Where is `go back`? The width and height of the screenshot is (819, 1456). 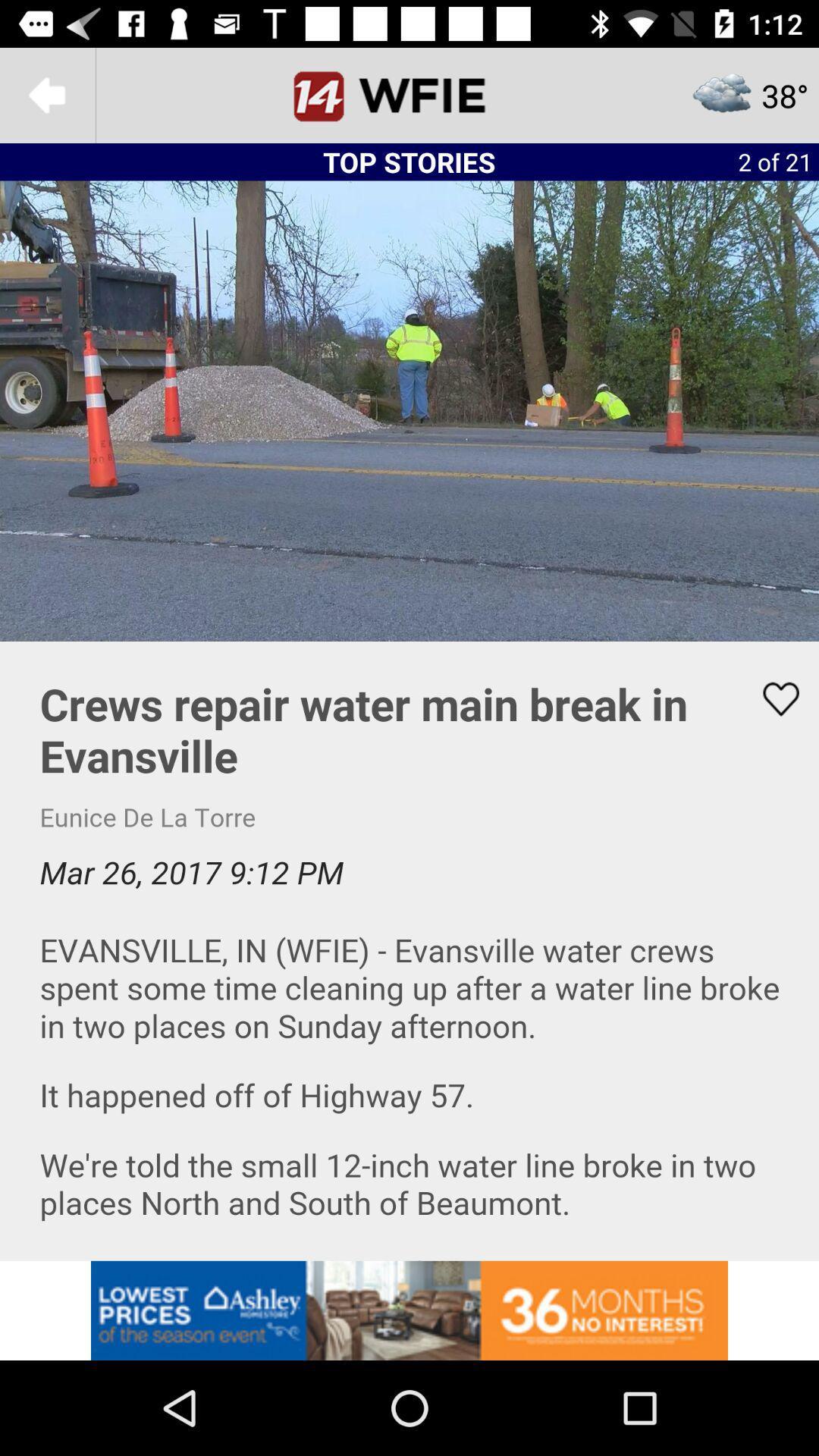 go back is located at coordinates (46, 94).